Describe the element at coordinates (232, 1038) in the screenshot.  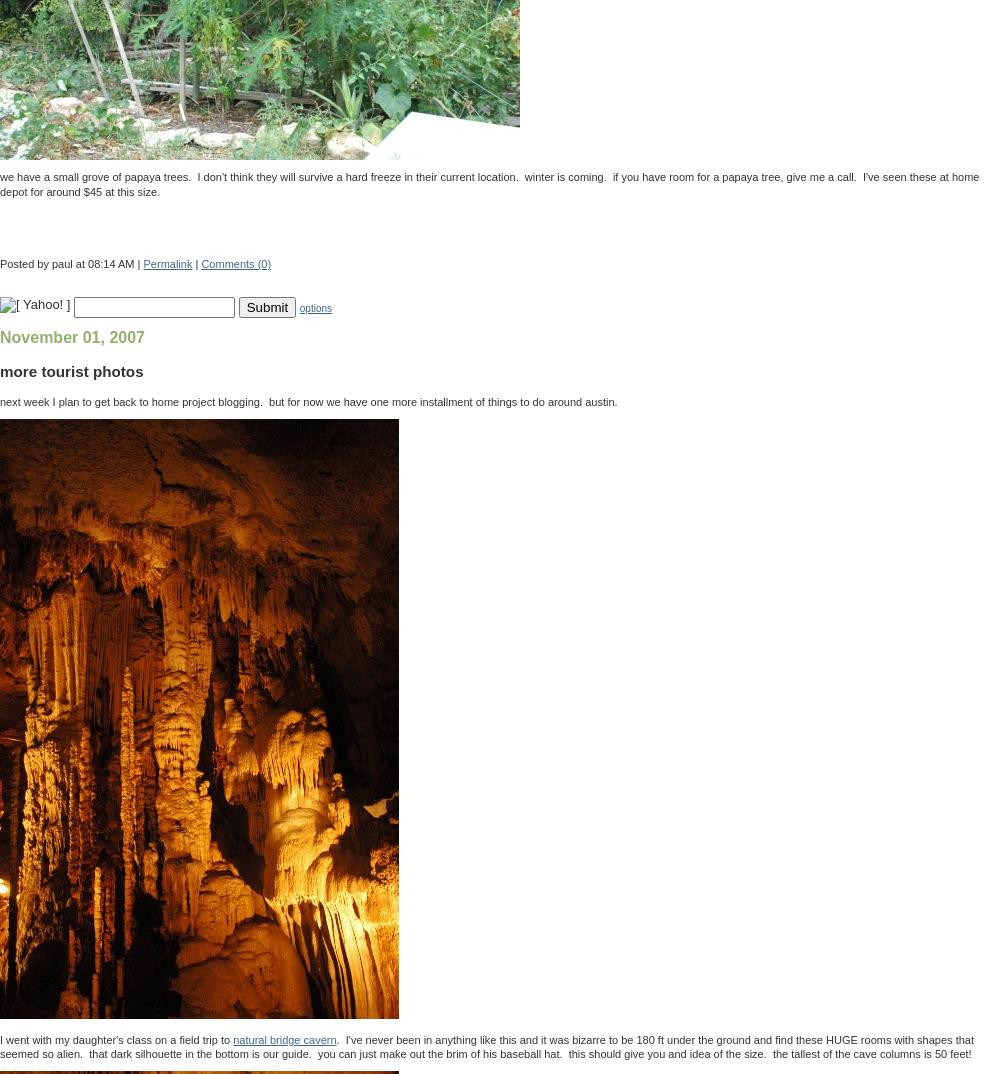
I see `'natural bridge cavern'` at that location.